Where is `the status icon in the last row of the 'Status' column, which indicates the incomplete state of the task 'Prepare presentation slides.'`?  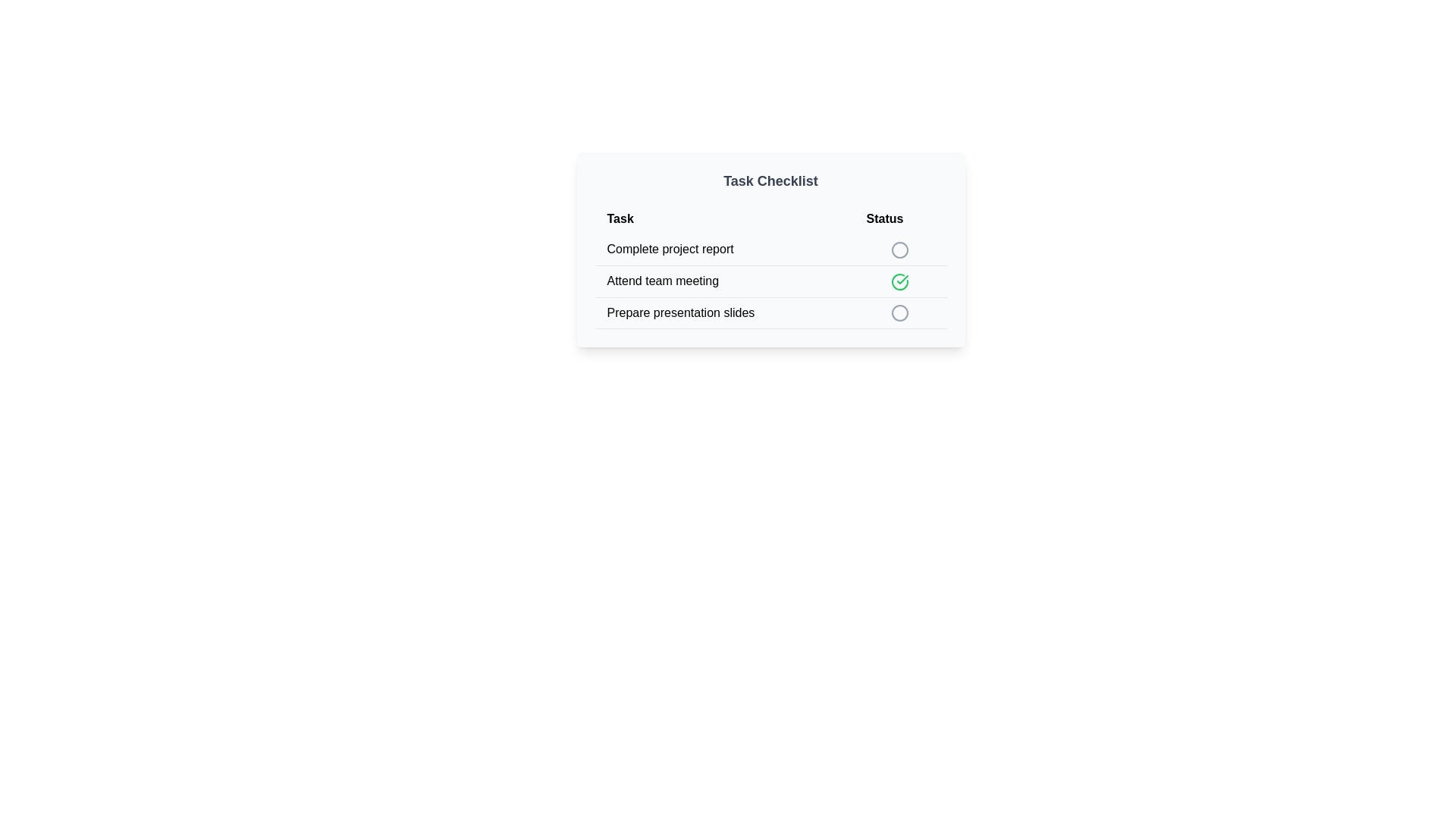
the status icon in the last row of the 'Status' column, which indicates the incomplete state of the task 'Prepare presentation slides.' is located at coordinates (900, 312).